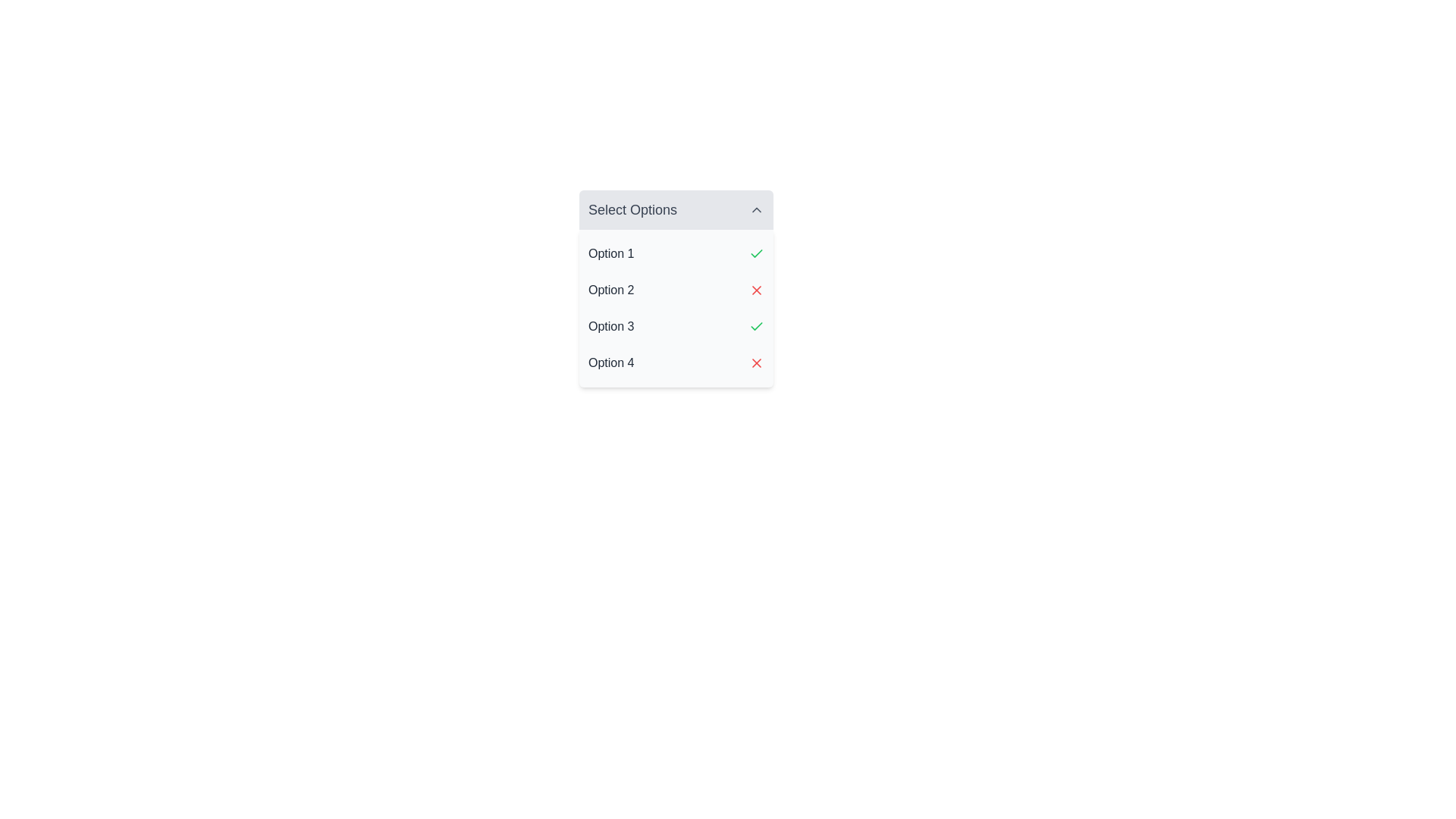  I want to click on the dropdown header to toggle its open/closed state, so click(676, 210).